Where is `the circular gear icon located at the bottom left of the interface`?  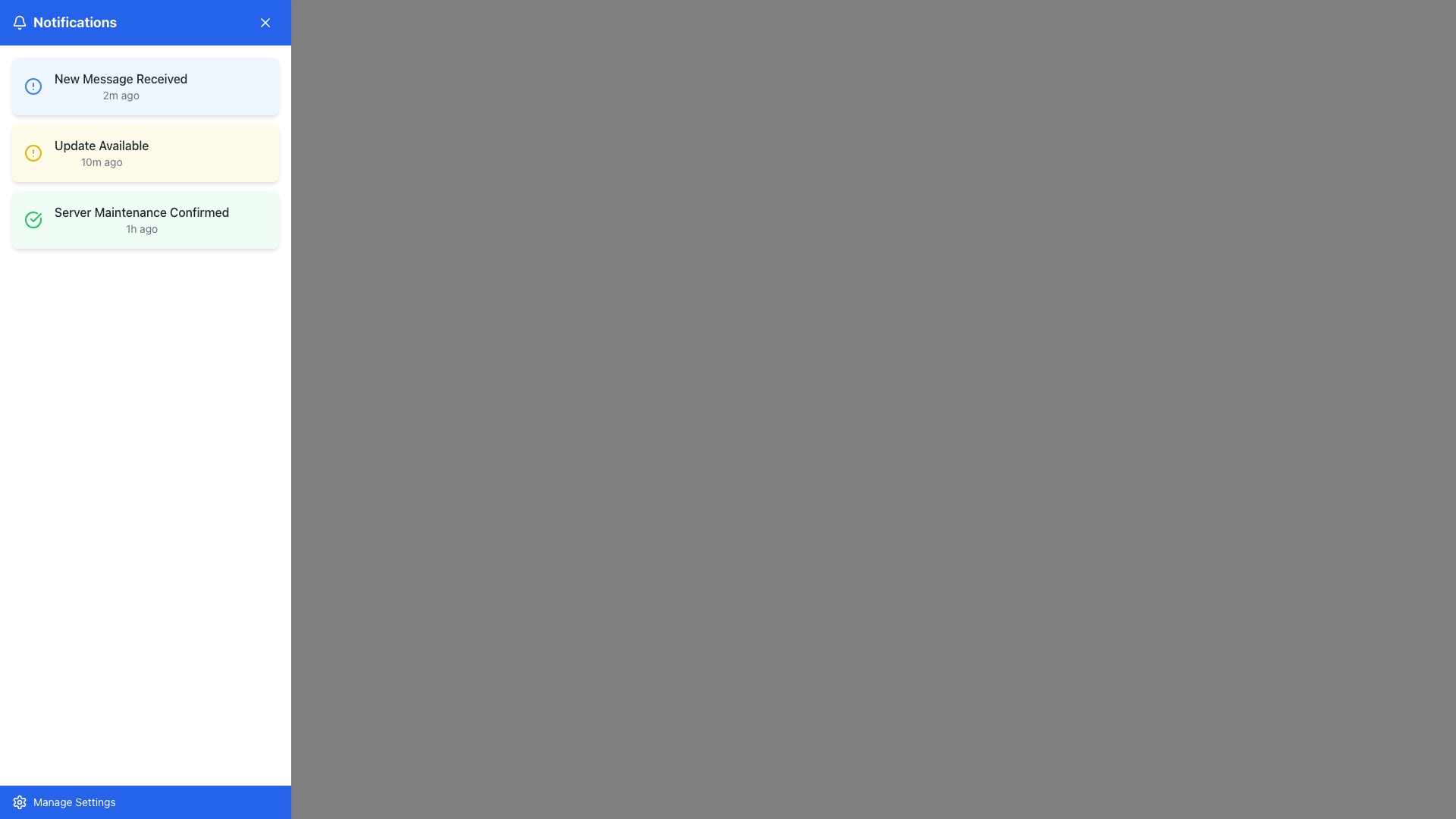
the circular gear icon located at the bottom left of the interface is located at coordinates (19, 801).